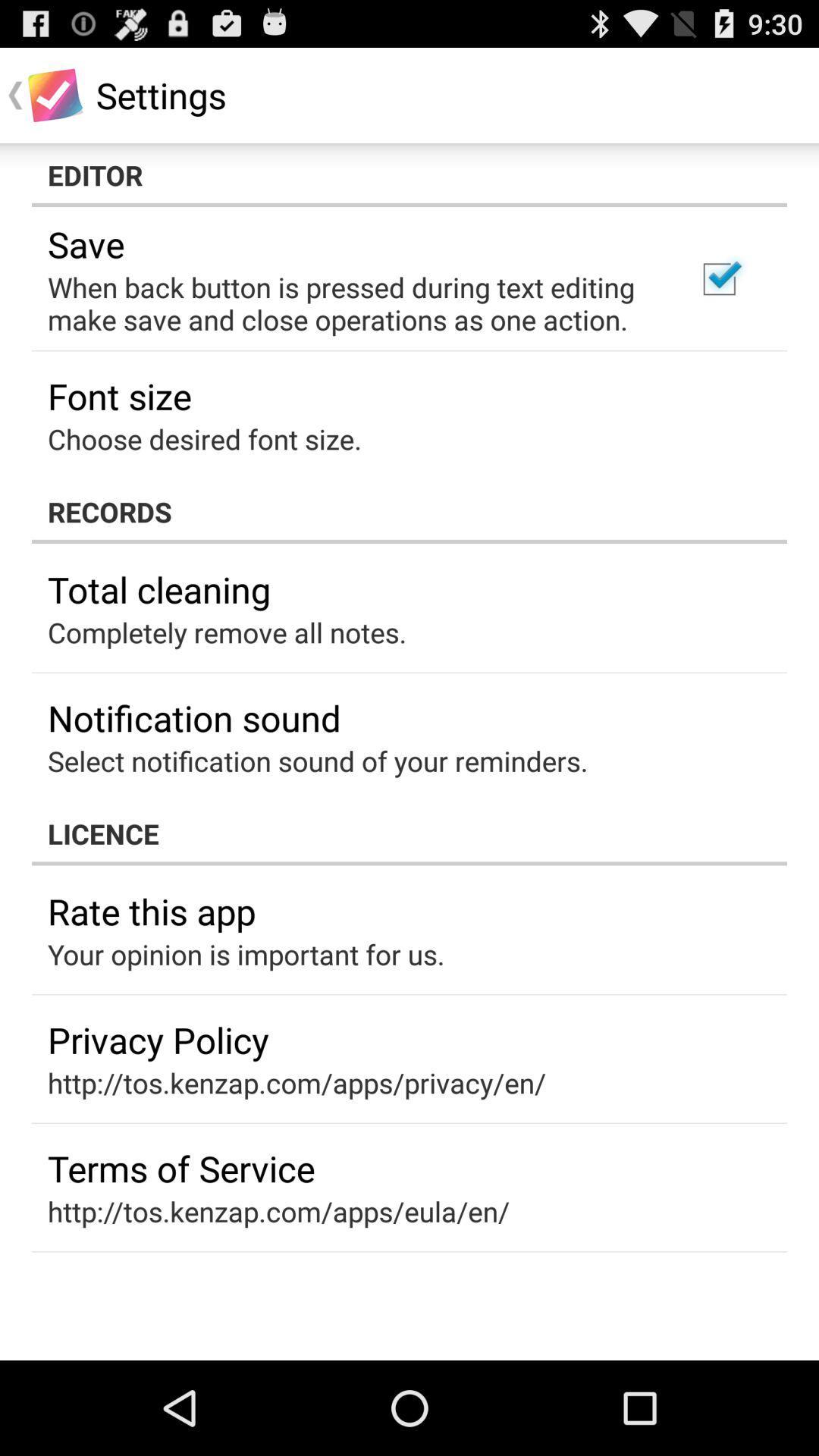 The width and height of the screenshot is (819, 1456). Describe the element at coordinates (718, 279) in the screenshot. I see `the app below the editor app` at that location.